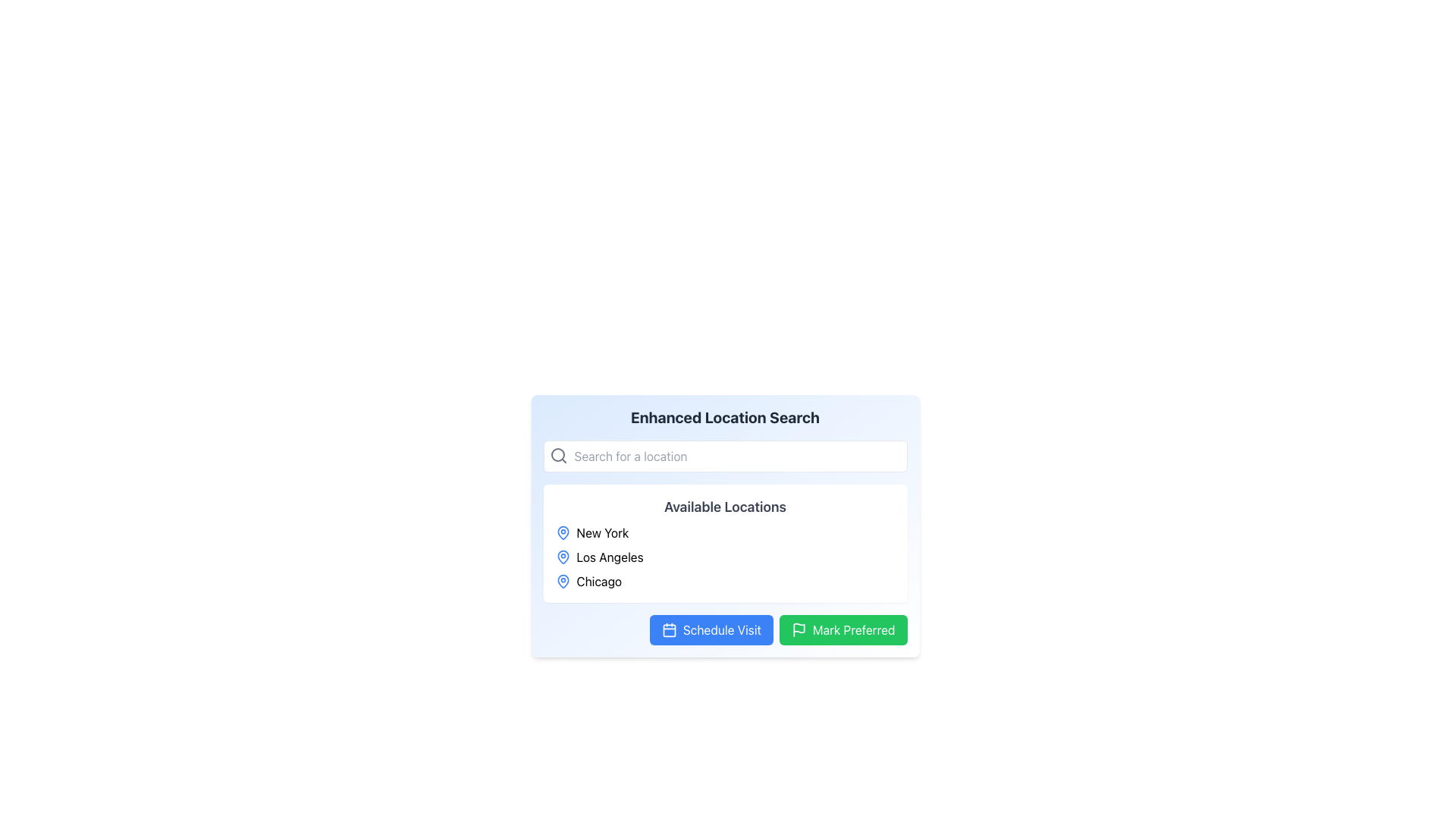 This screenshot has height=819, width=1456. What do you see at coordinates (562, 581) in the screenshot?
I see `the blue pin icon located next to the text 'Chicago' in the list of 'Available Locations'` at bounding box center [562, 581].